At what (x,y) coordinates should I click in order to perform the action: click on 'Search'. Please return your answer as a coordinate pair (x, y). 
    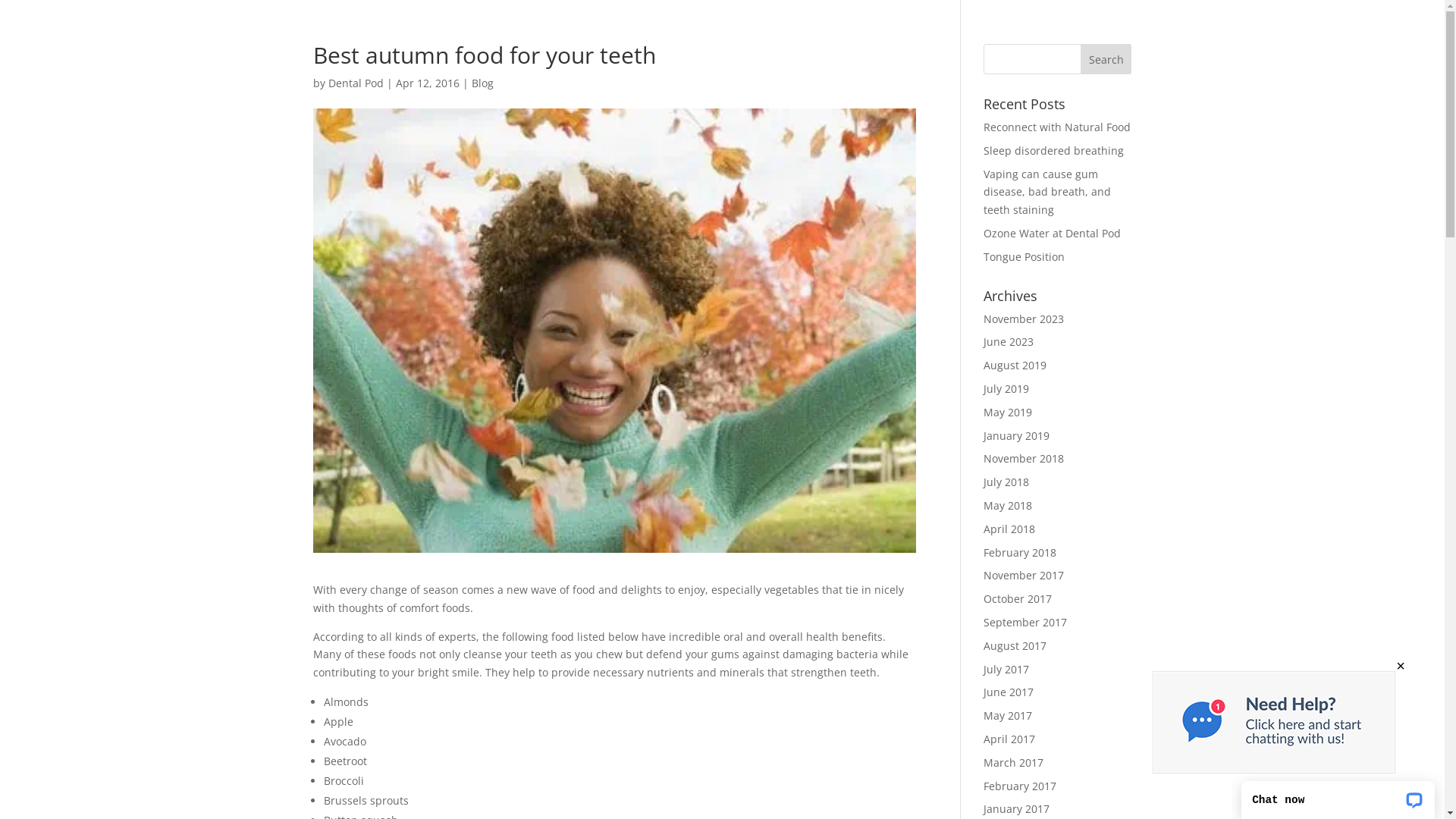
    Looking at the image, I should click on (1080, 58).